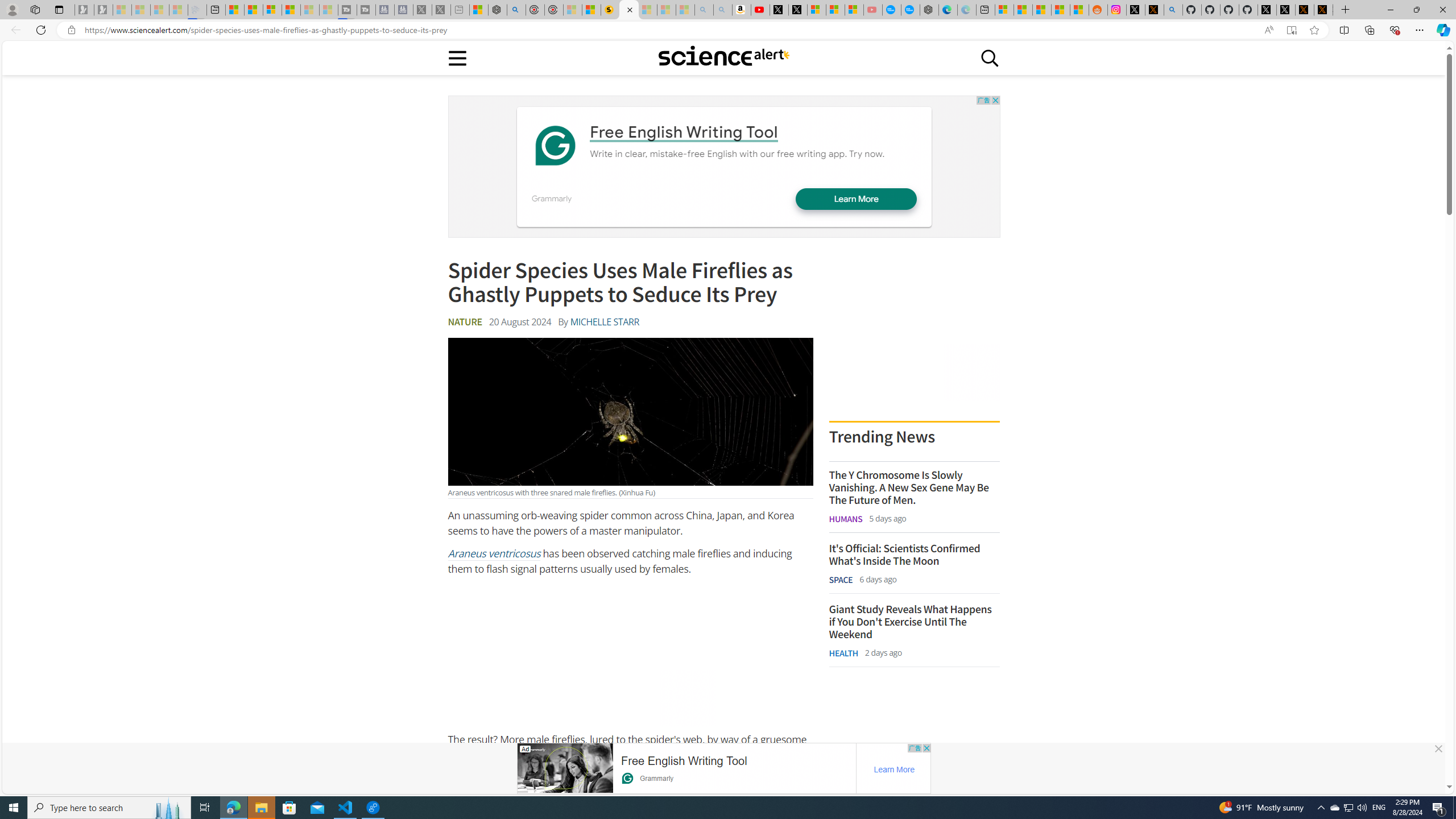 The image size is (1456, 819). Describe the element at coordinates (913, 553) in the screenshot. I see `'It'` at that location.